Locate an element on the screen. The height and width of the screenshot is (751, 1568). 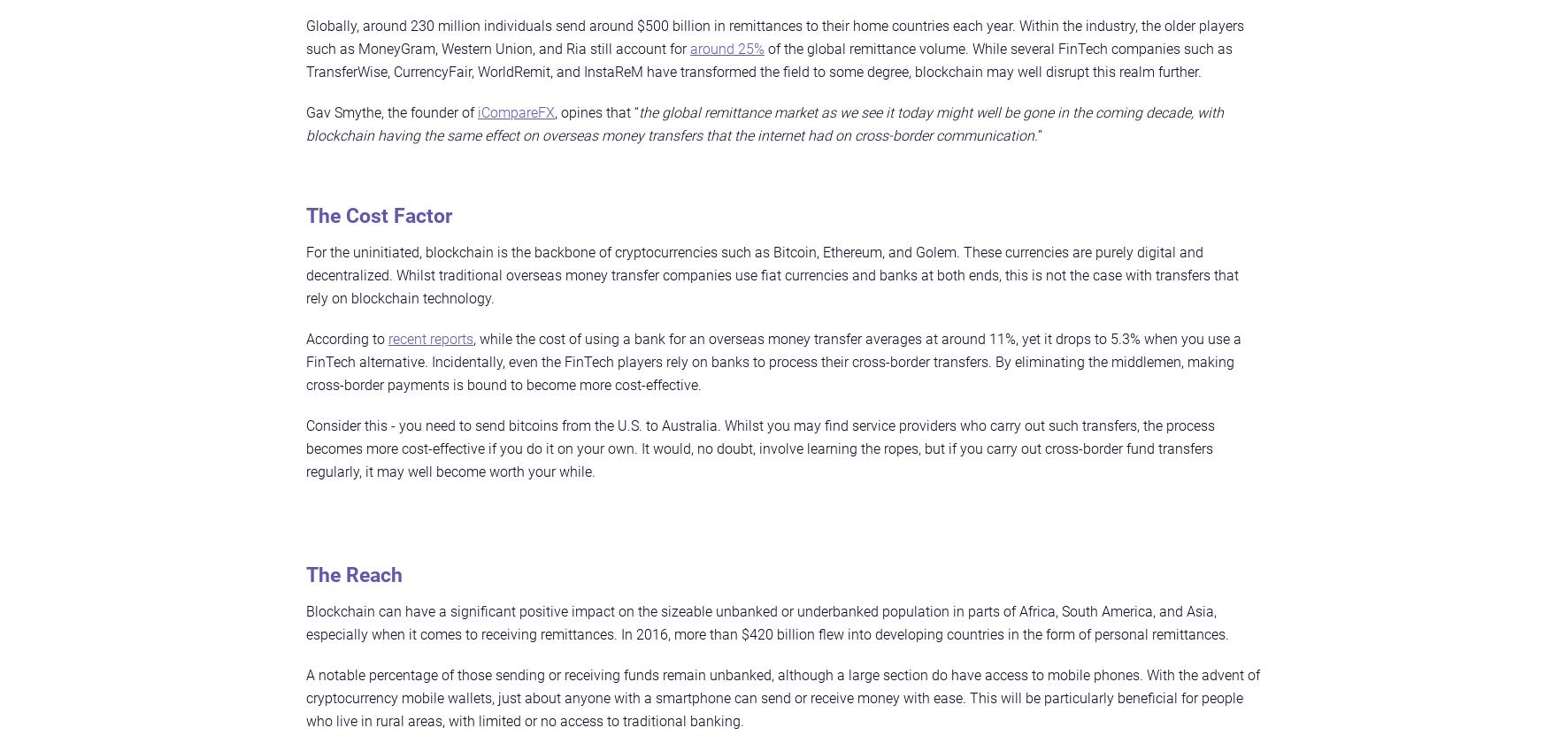
'According to' is located at coordinates (347, 338).